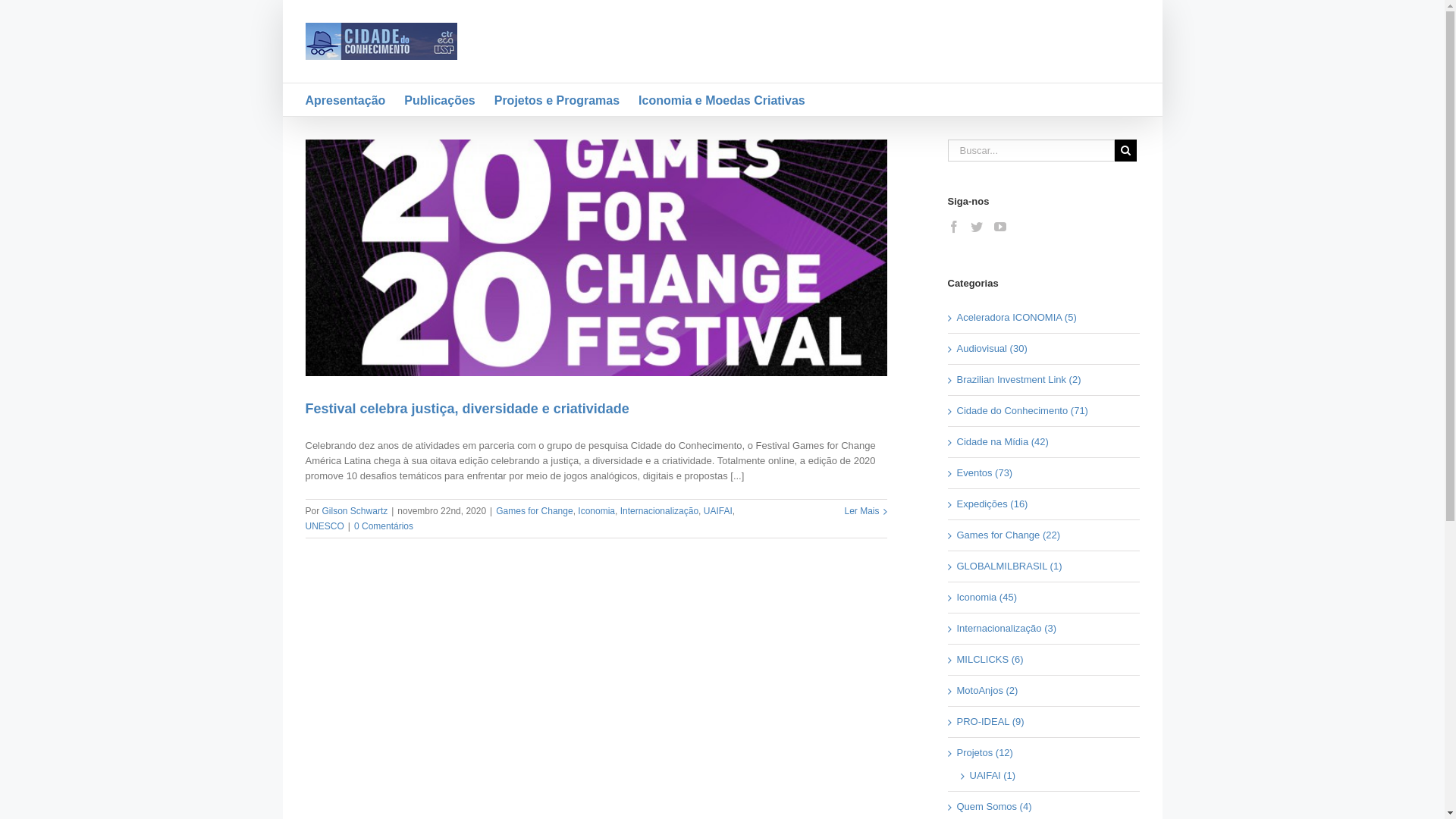 Image resolution: width=1456 pixels, height=819 pixels. Describe the element at coordinates (1043, 659) in the screenshot. I see `'MILCLICKS (6)'` at that location.